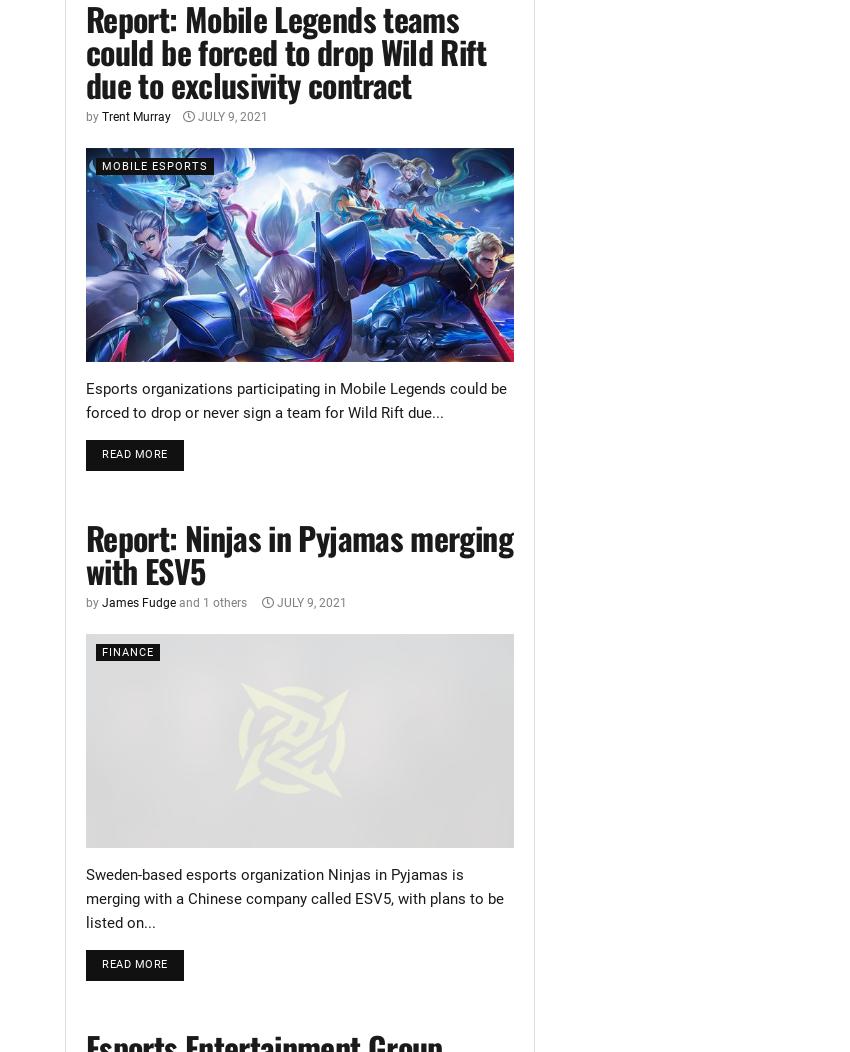  What do you see at coordinates (188, 600) in the screenshot?
I see `'and'` at bounding box center [188, 600].